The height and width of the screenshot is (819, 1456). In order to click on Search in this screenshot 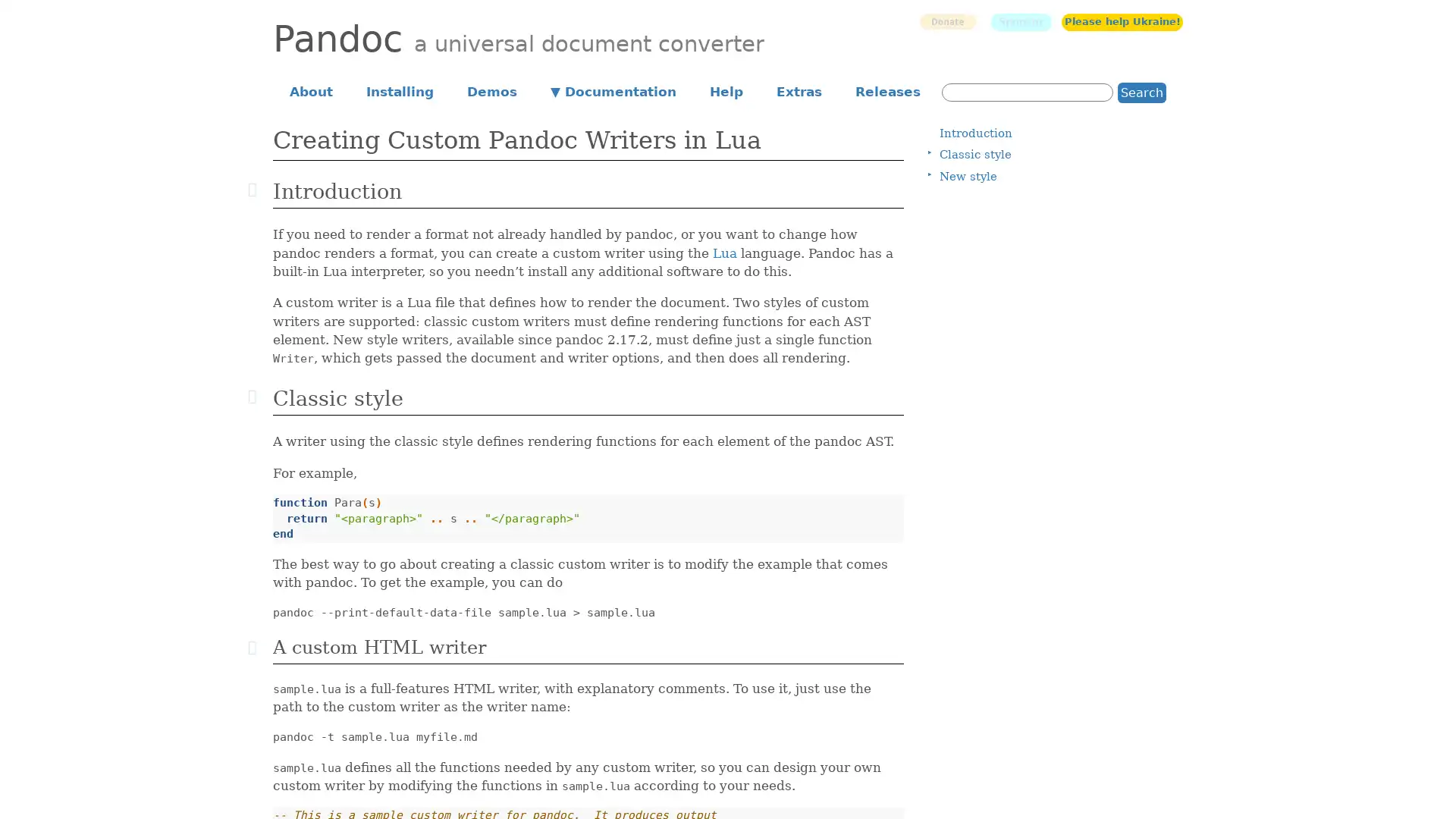, I will do `click(1142, 92)`.